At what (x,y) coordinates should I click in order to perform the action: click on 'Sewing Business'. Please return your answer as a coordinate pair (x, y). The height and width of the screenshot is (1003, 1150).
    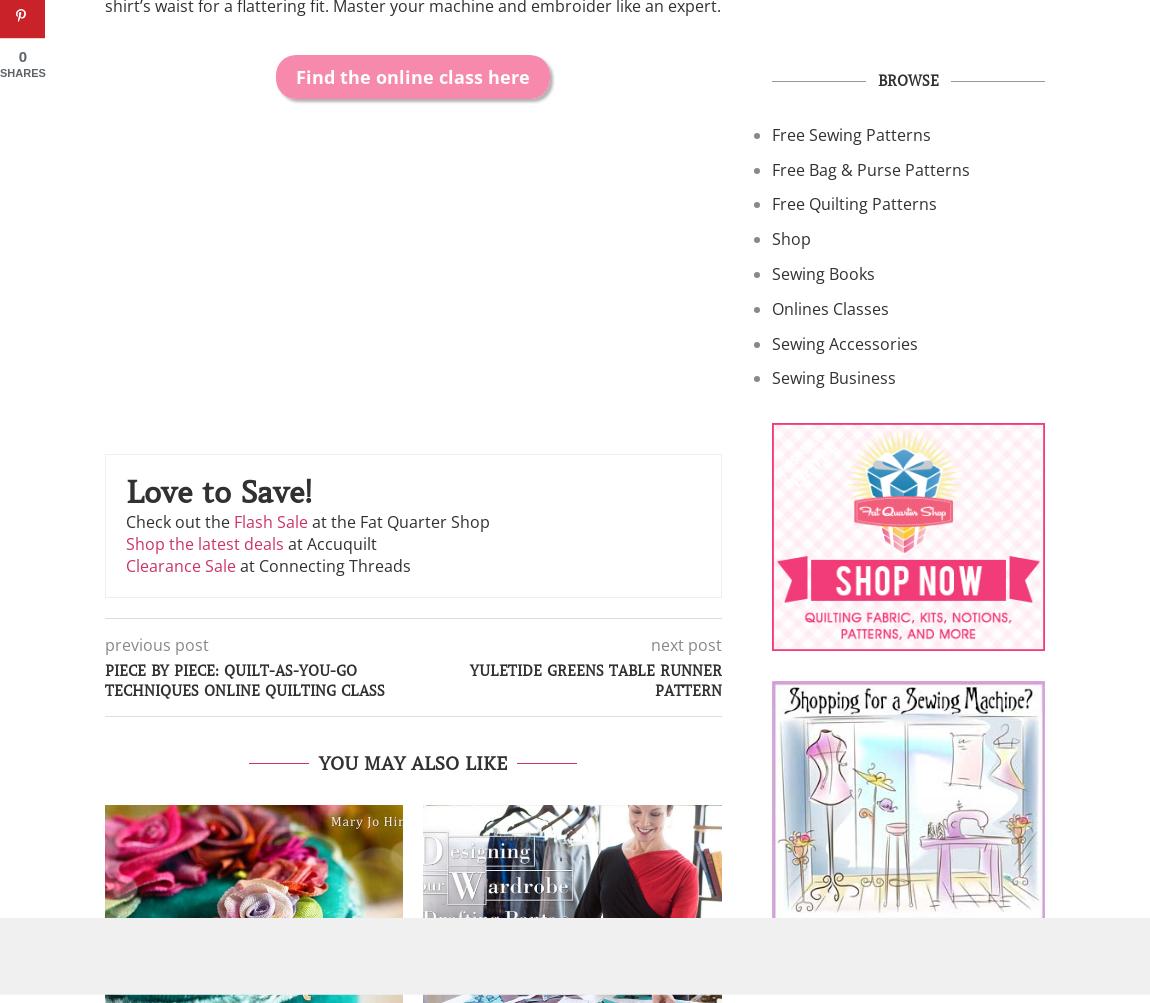
    Looking at the image, I should click on (831, 377).